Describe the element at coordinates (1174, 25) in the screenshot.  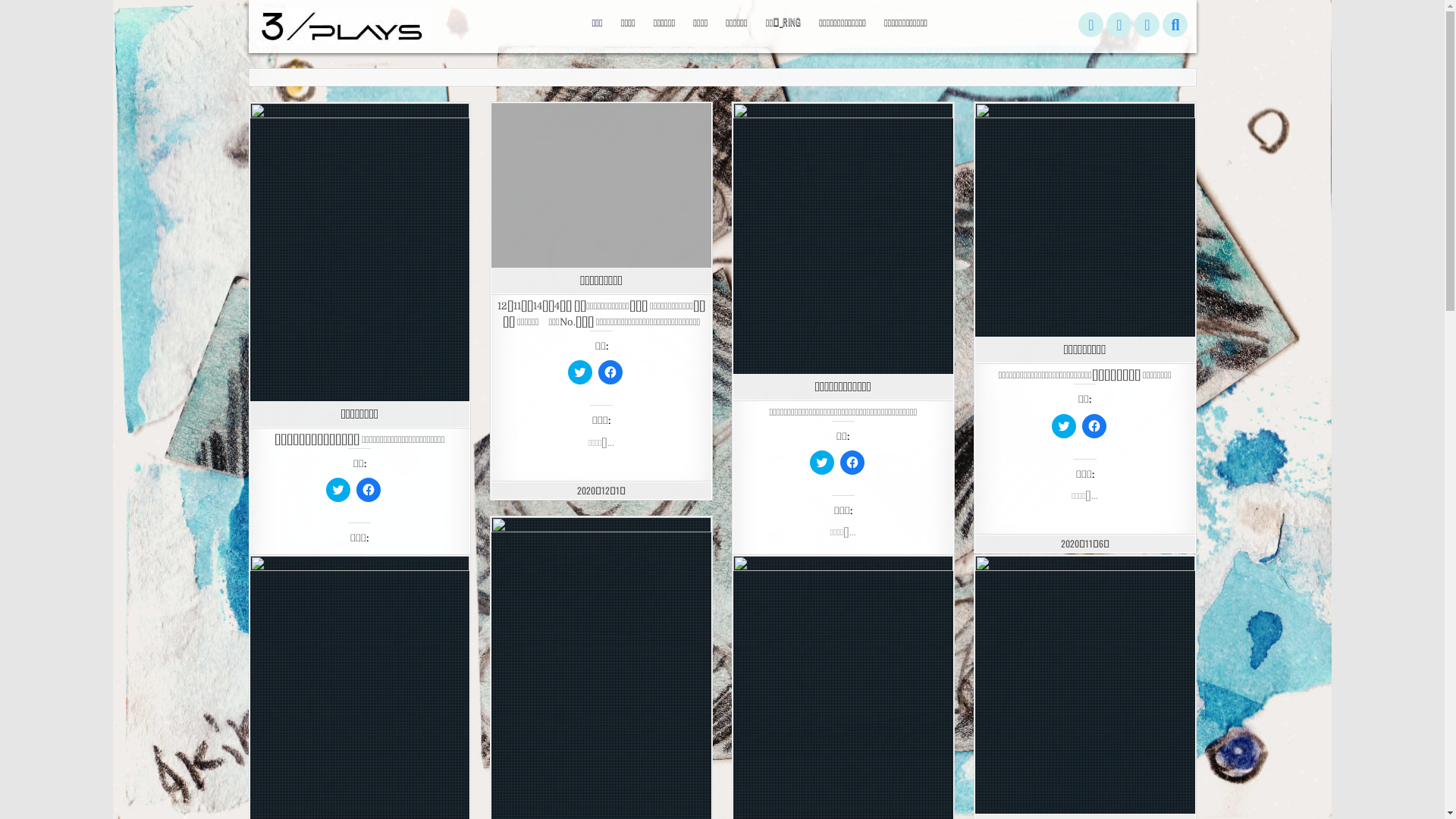
I see `'Search'` at that location.